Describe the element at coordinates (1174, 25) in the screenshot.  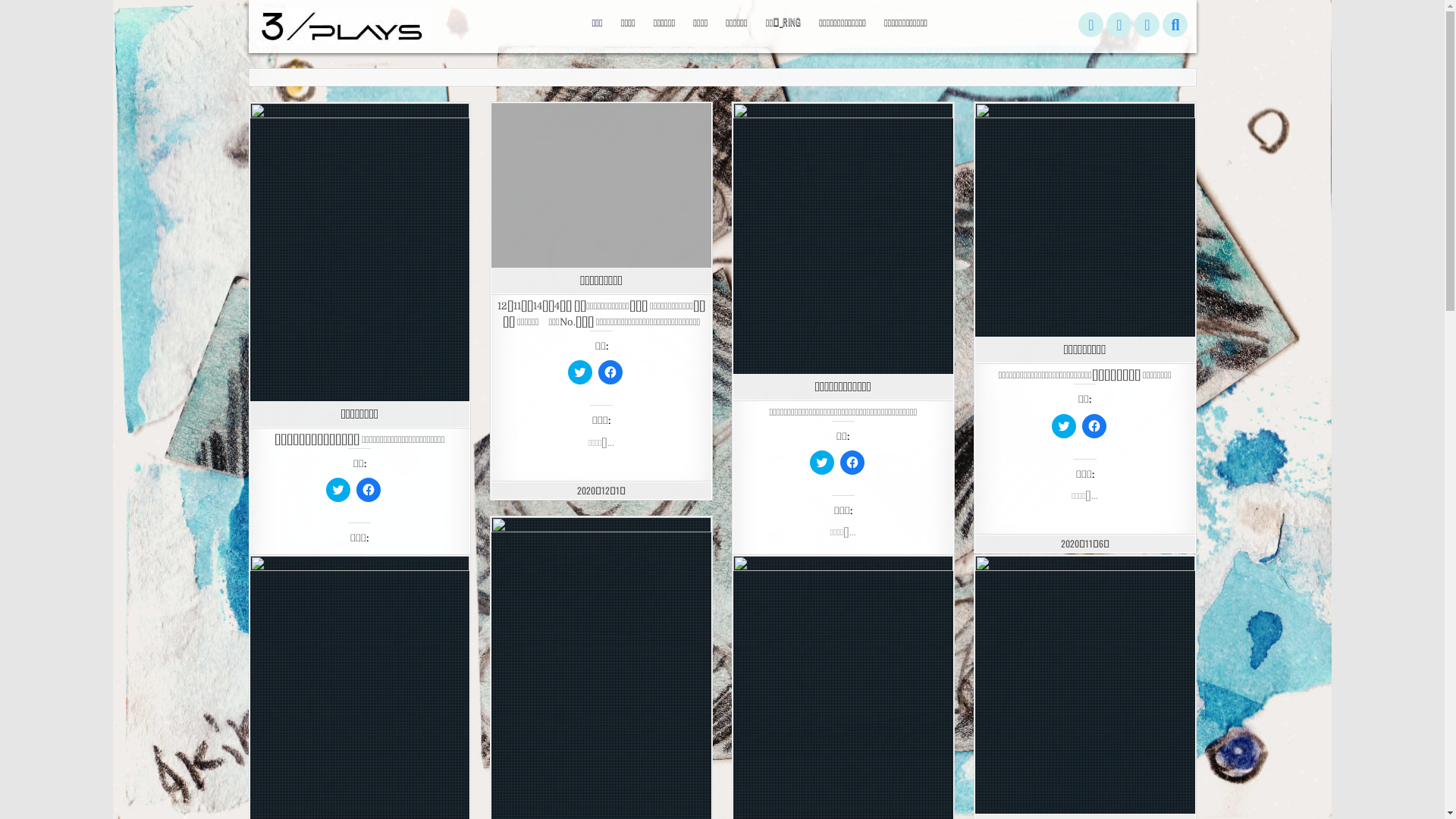
I see `'Search'` at that location.